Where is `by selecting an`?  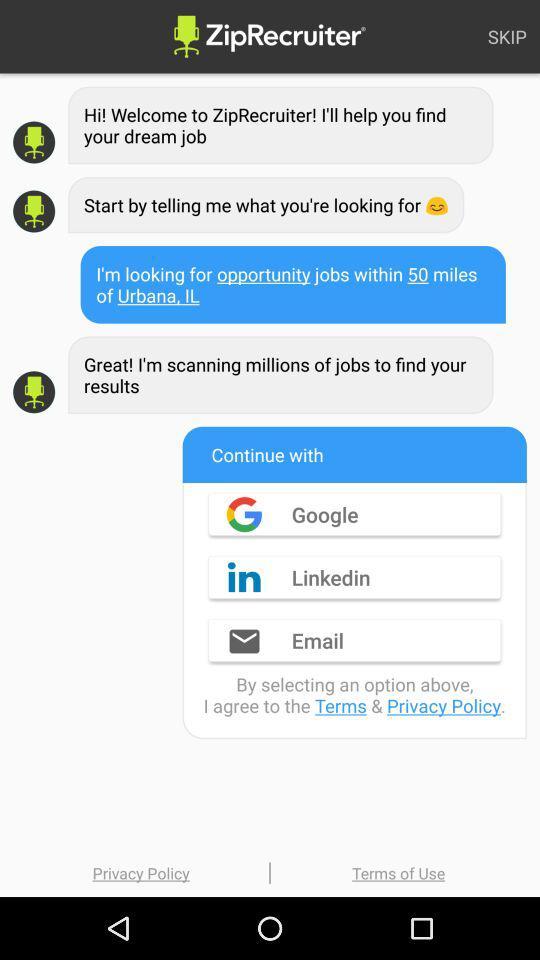 by selecting an is located at coordinates (353, 695).